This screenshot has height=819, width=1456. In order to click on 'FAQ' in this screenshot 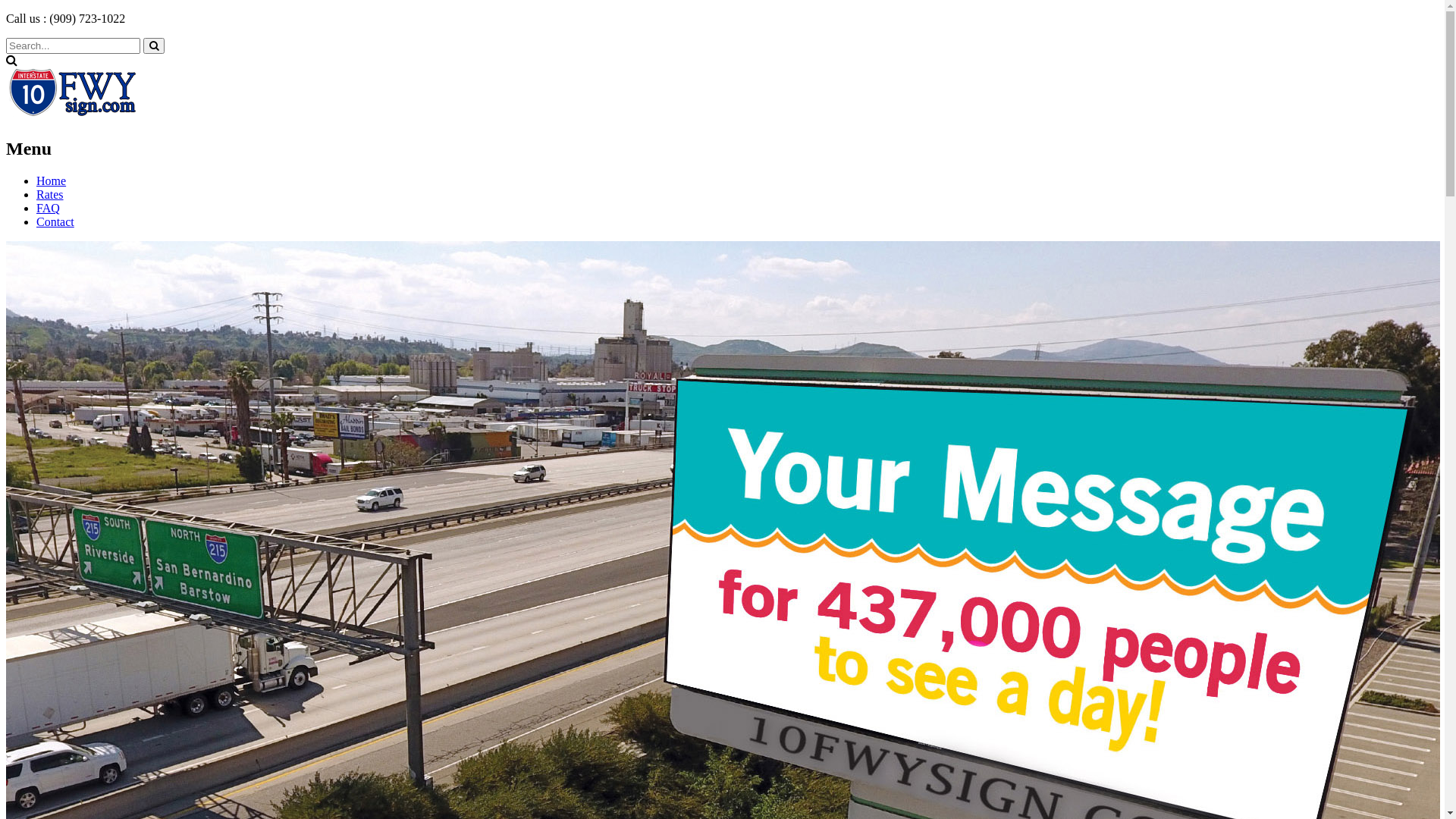, I will do `click(48, 208)`.